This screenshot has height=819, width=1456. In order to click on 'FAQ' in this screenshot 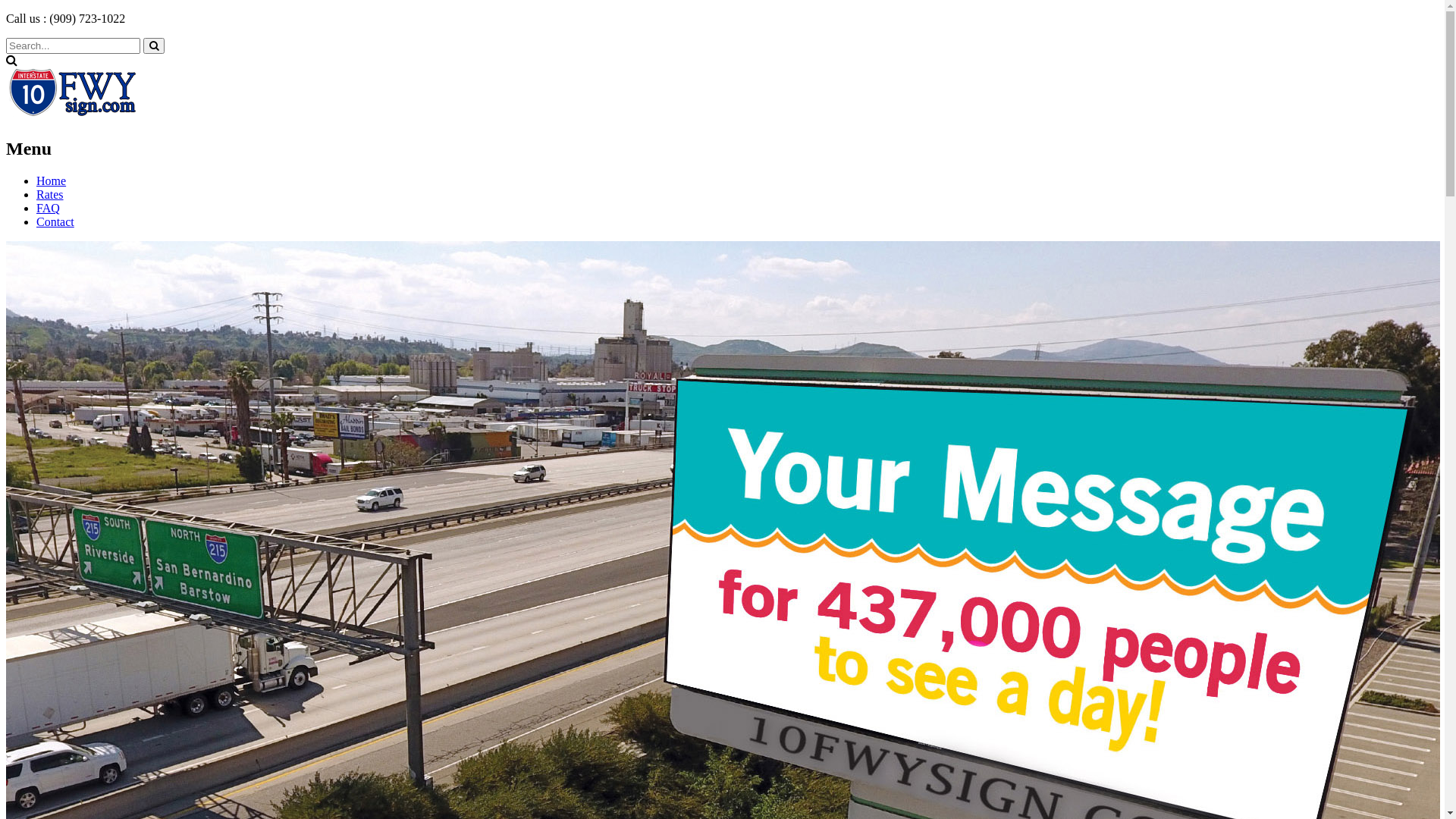, I will do `click(48, 208)`.